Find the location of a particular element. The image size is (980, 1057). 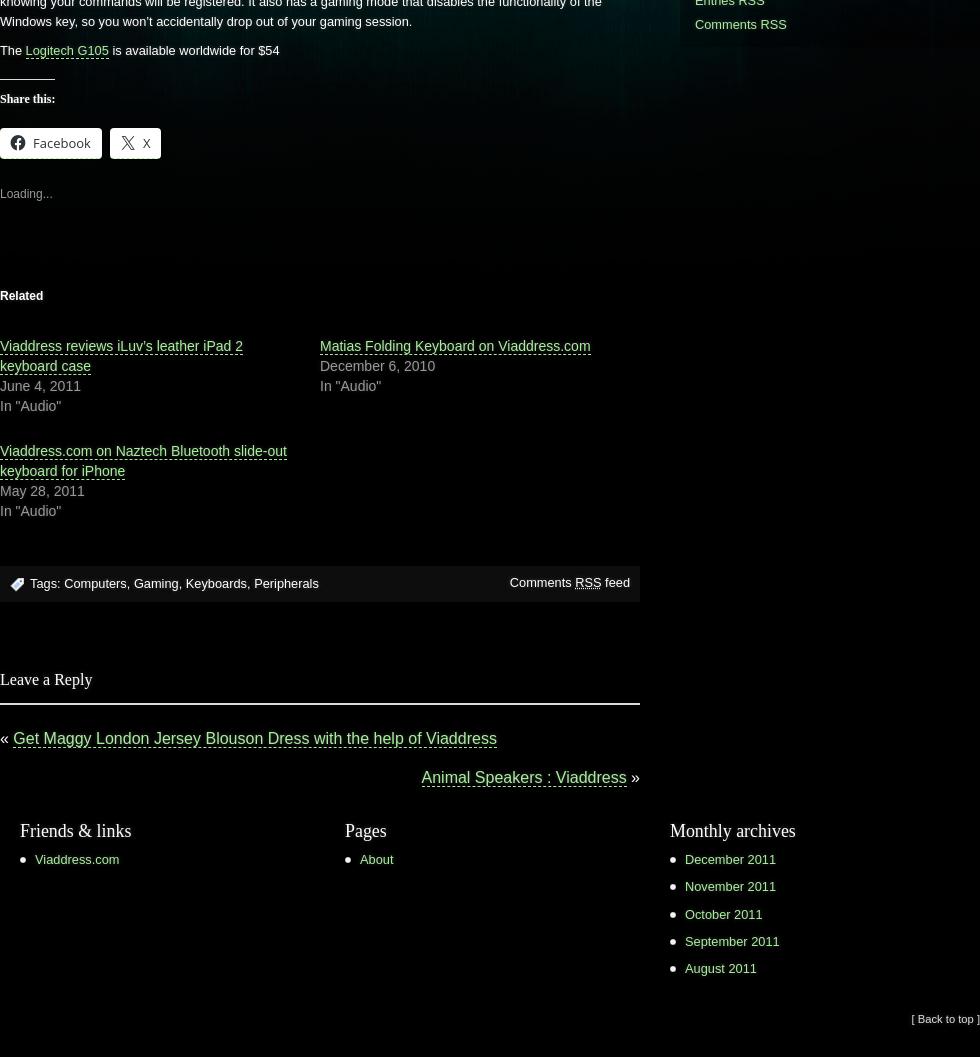

'Facebook' is located at coordinates (61, 140).